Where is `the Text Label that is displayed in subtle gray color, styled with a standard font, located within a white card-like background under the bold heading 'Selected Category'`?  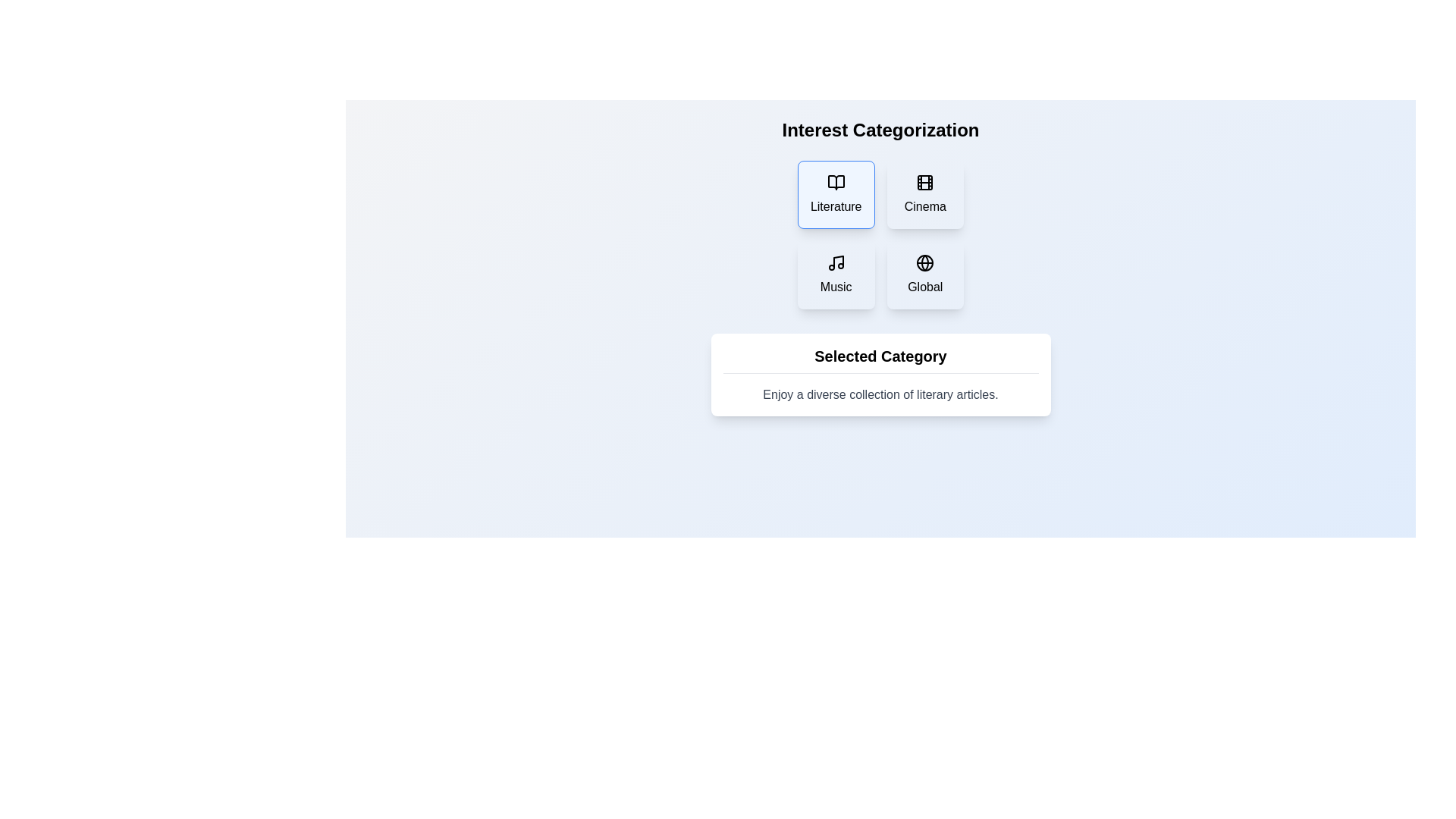 the Text Label that is displayed in subtle gray color, styled with a standard font, located within a white card-like background under the bold heading 'Selected Category' is located at coordinates (880, 394).